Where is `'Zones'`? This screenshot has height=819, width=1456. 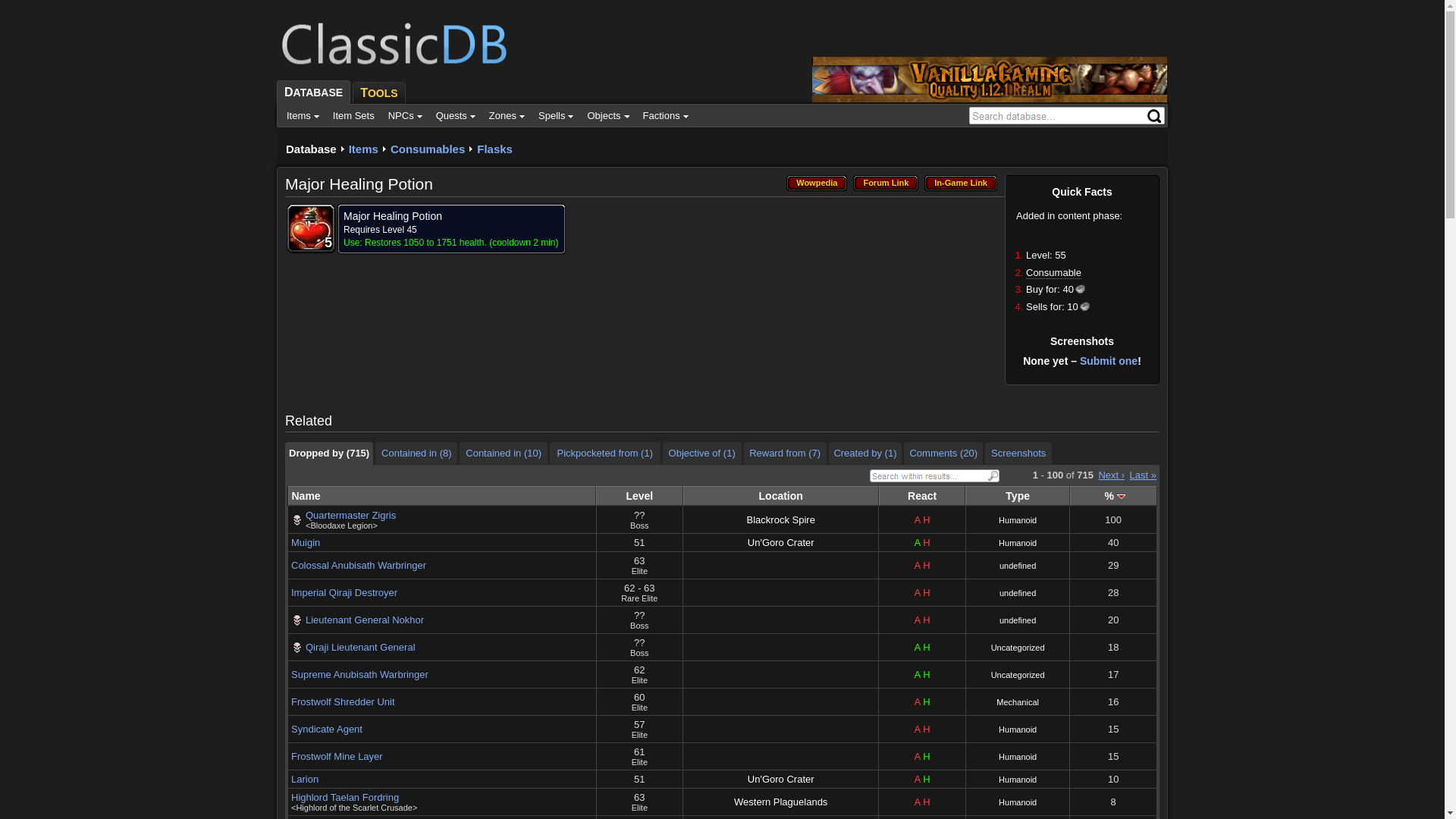 'Zones' is located at coordinates (507, 115).